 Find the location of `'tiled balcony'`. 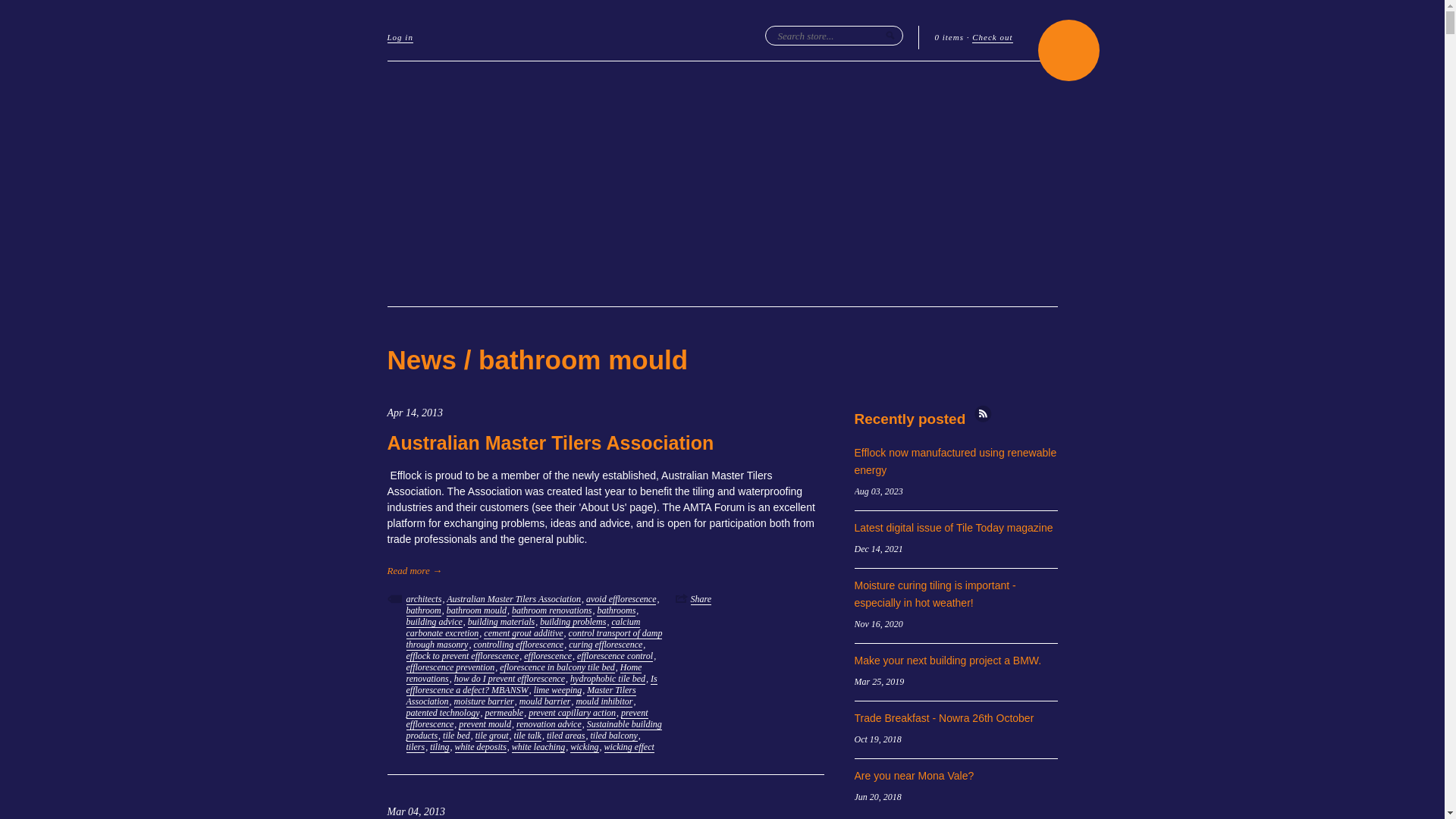

'tiled balcony' is located at coordinates (613, 735).